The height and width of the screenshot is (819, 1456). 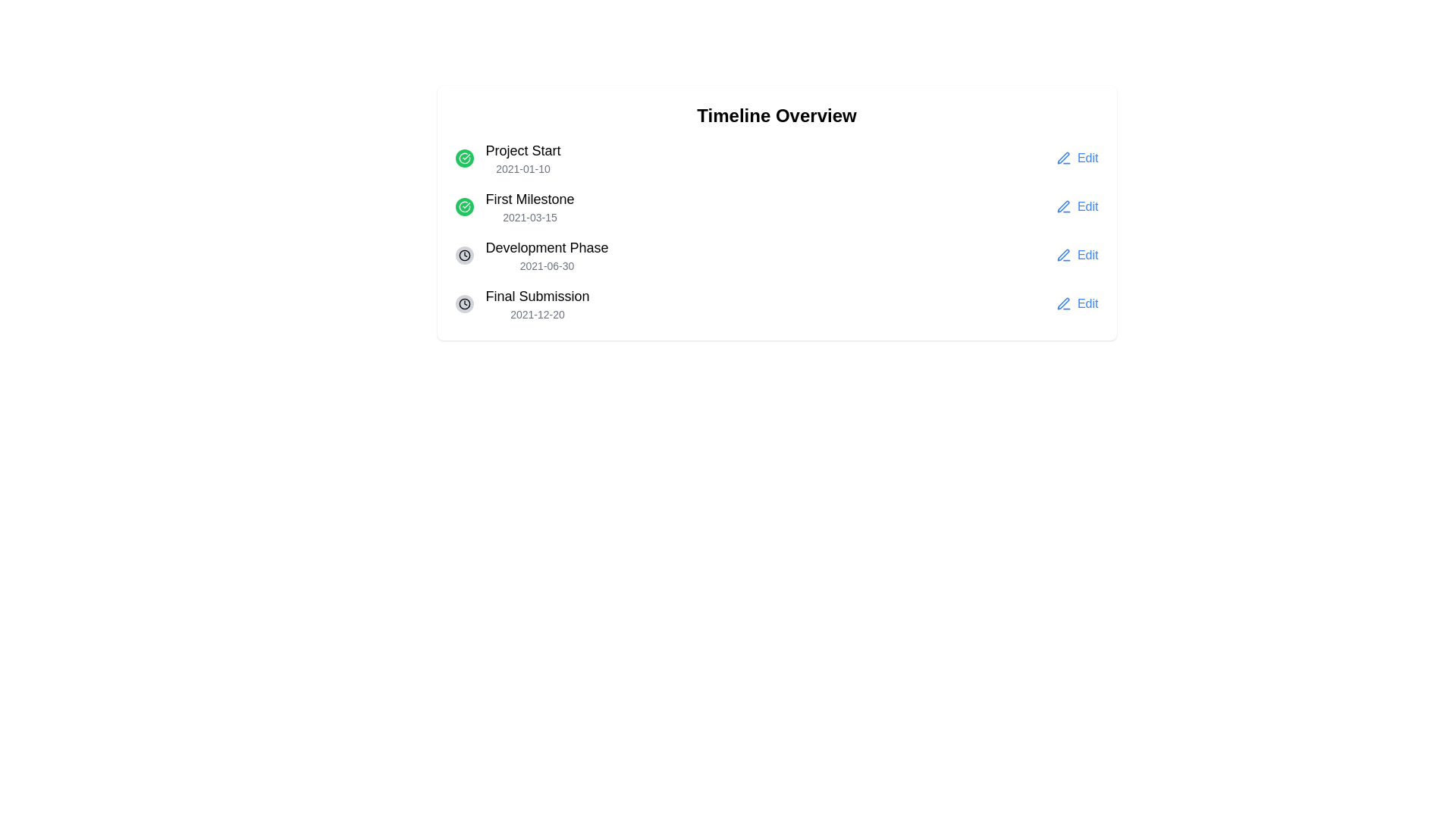 What do you see at coordinates (463, 254) in the screenshot?
I see `the circular clock icon with a black outline located next to the 'Development Phase' milestone in the timeline overview` at bounding box center [463, 254].